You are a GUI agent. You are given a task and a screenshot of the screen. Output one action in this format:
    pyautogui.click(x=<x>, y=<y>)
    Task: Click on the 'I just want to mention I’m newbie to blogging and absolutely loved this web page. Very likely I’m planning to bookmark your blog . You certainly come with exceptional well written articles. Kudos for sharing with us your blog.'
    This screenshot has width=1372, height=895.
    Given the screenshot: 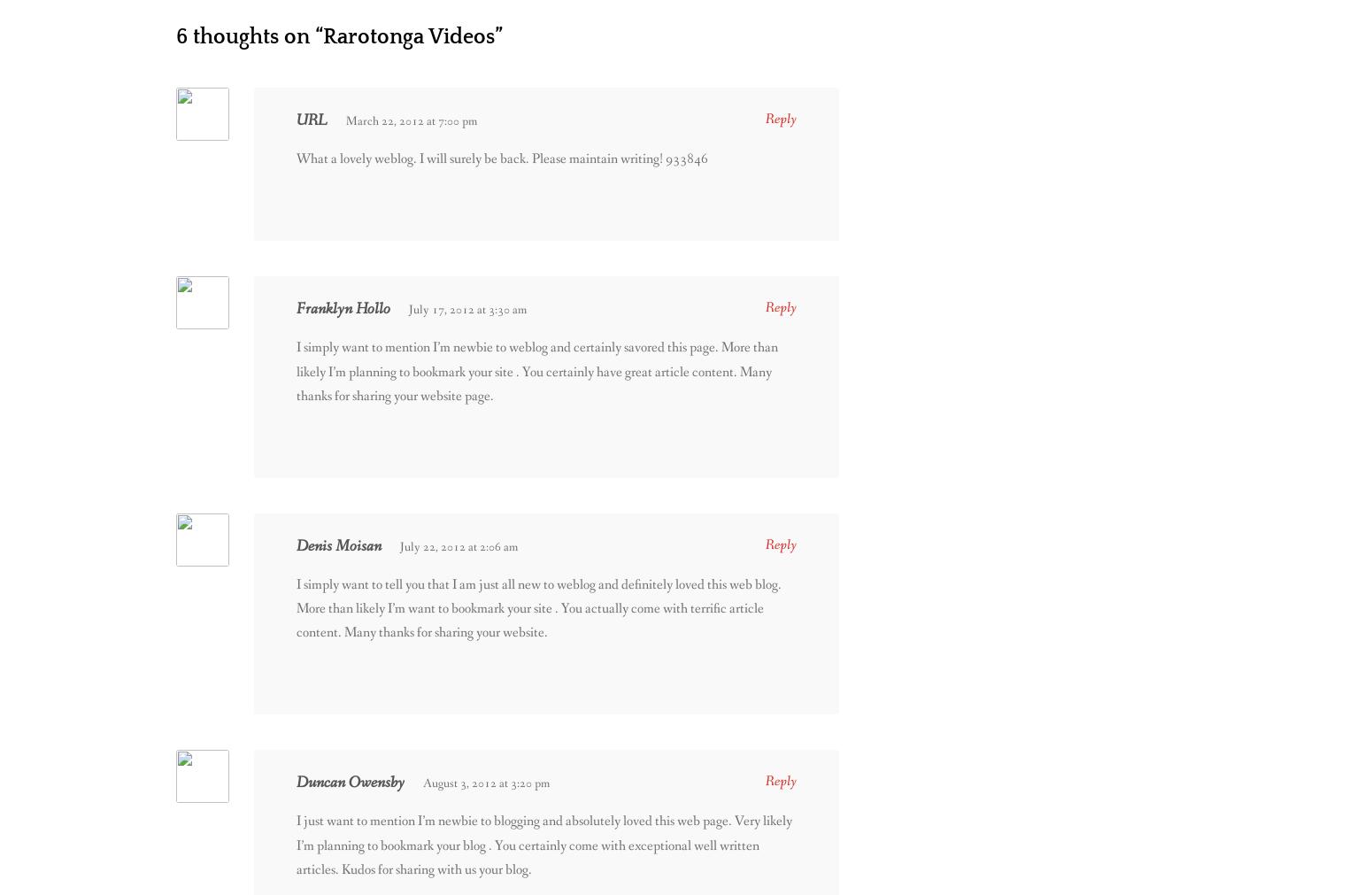 What is the action you would take?
    pyautogui.click(x=544, y=845)
    